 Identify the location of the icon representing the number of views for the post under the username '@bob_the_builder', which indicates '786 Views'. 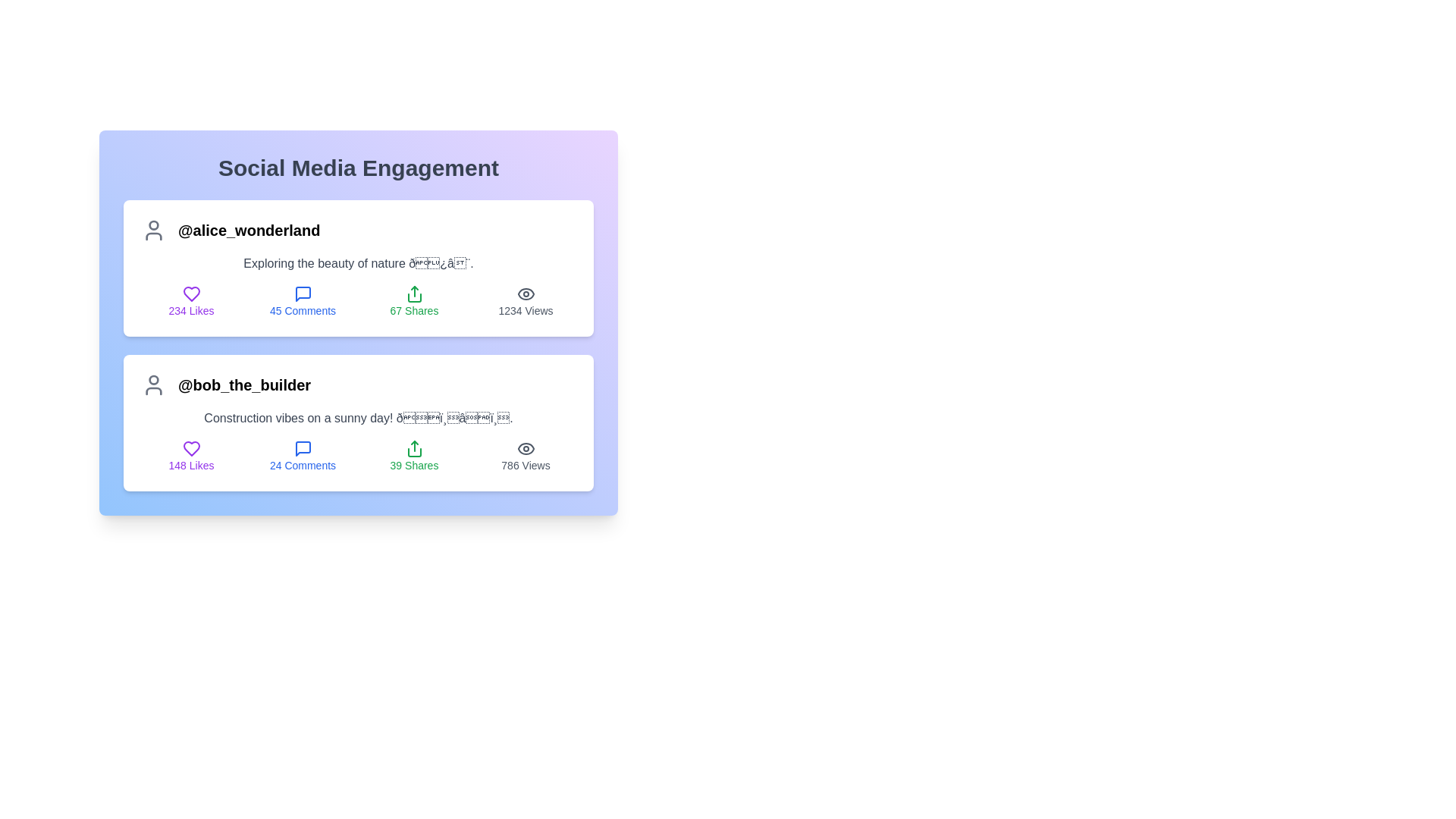
(526, 447).